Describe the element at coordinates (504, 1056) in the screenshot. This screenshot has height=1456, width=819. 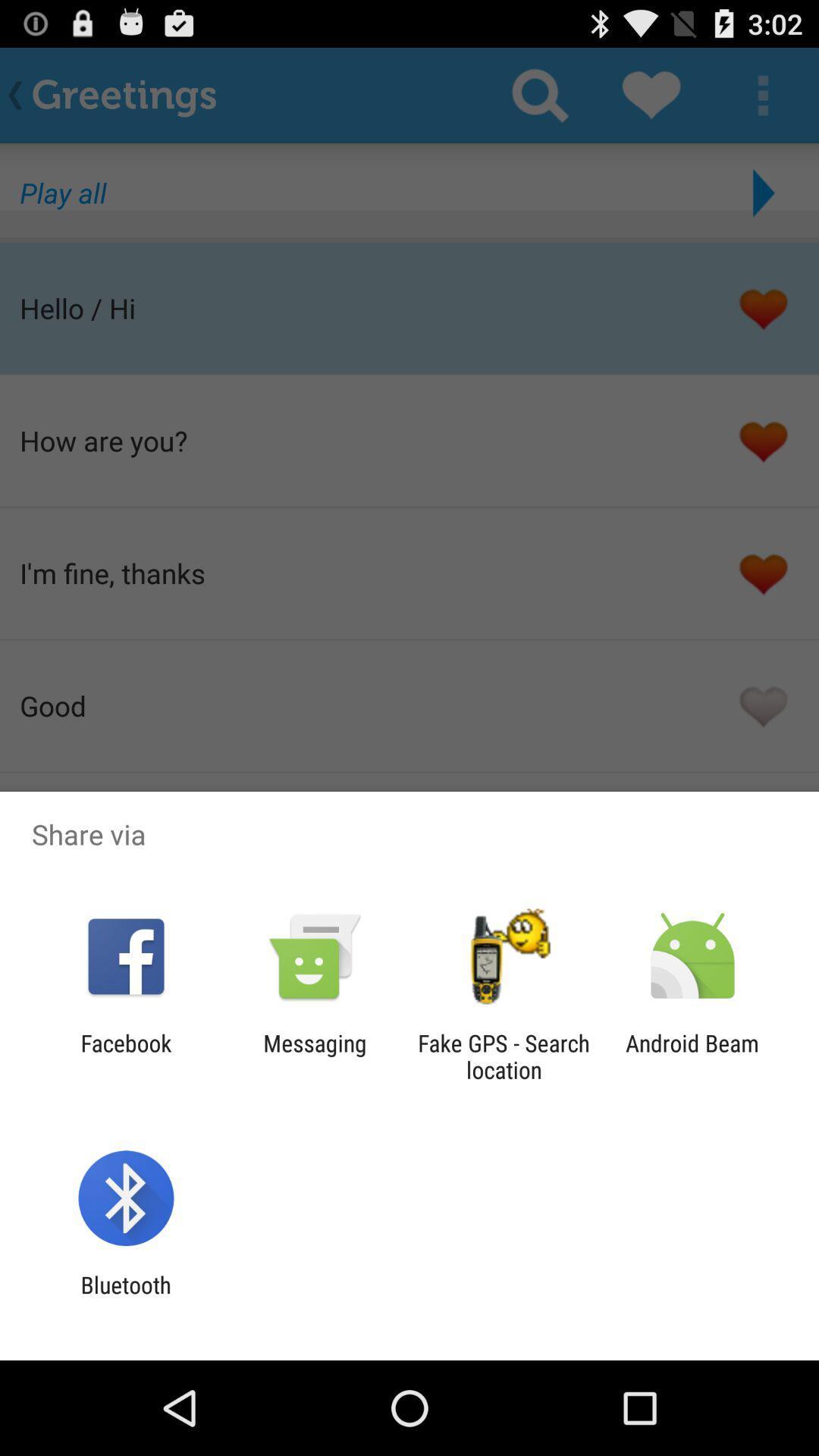
I see `the fake gps search icon` at that location.